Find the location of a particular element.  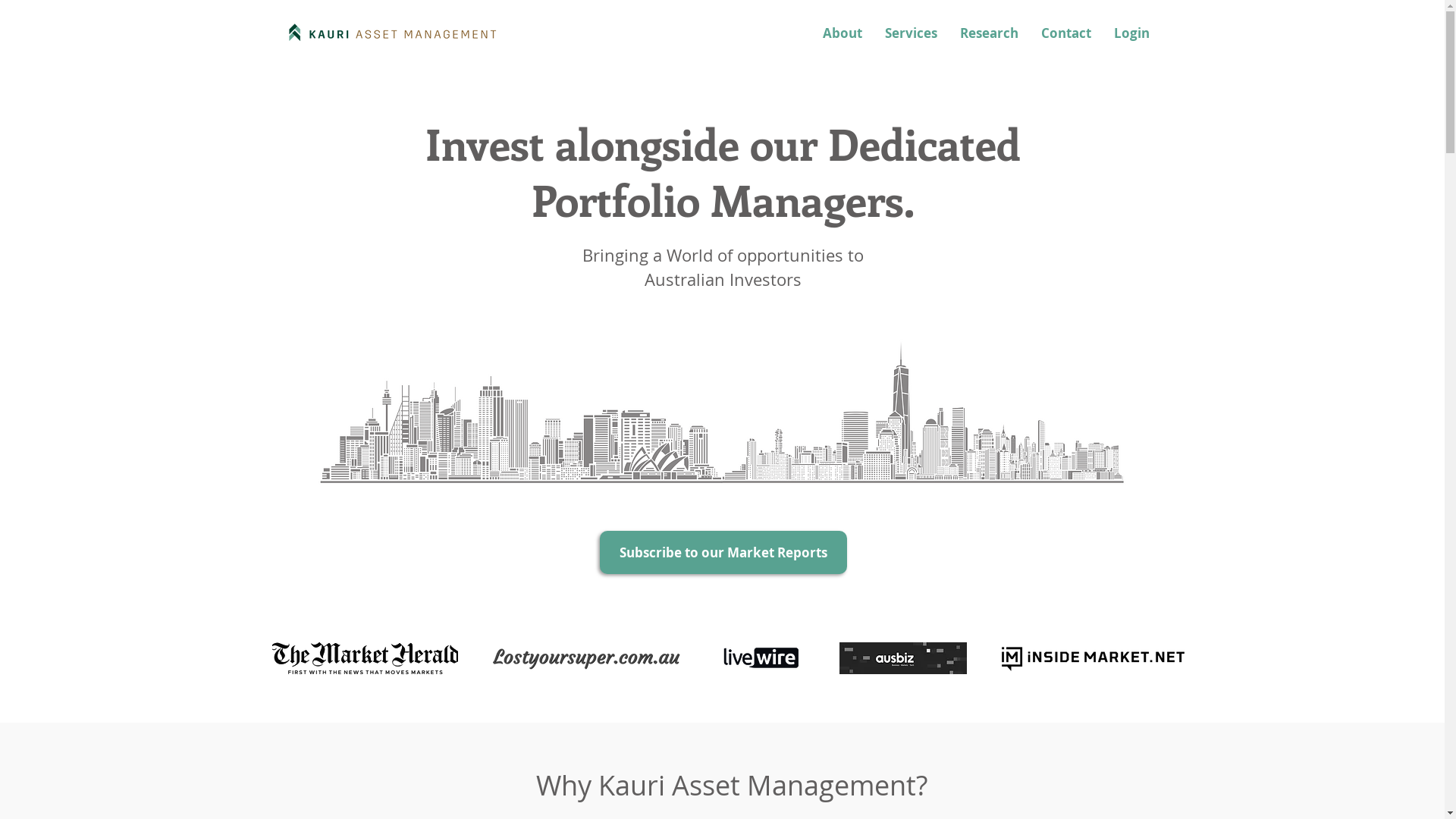

'Research' is located at coordinates (988, 33).